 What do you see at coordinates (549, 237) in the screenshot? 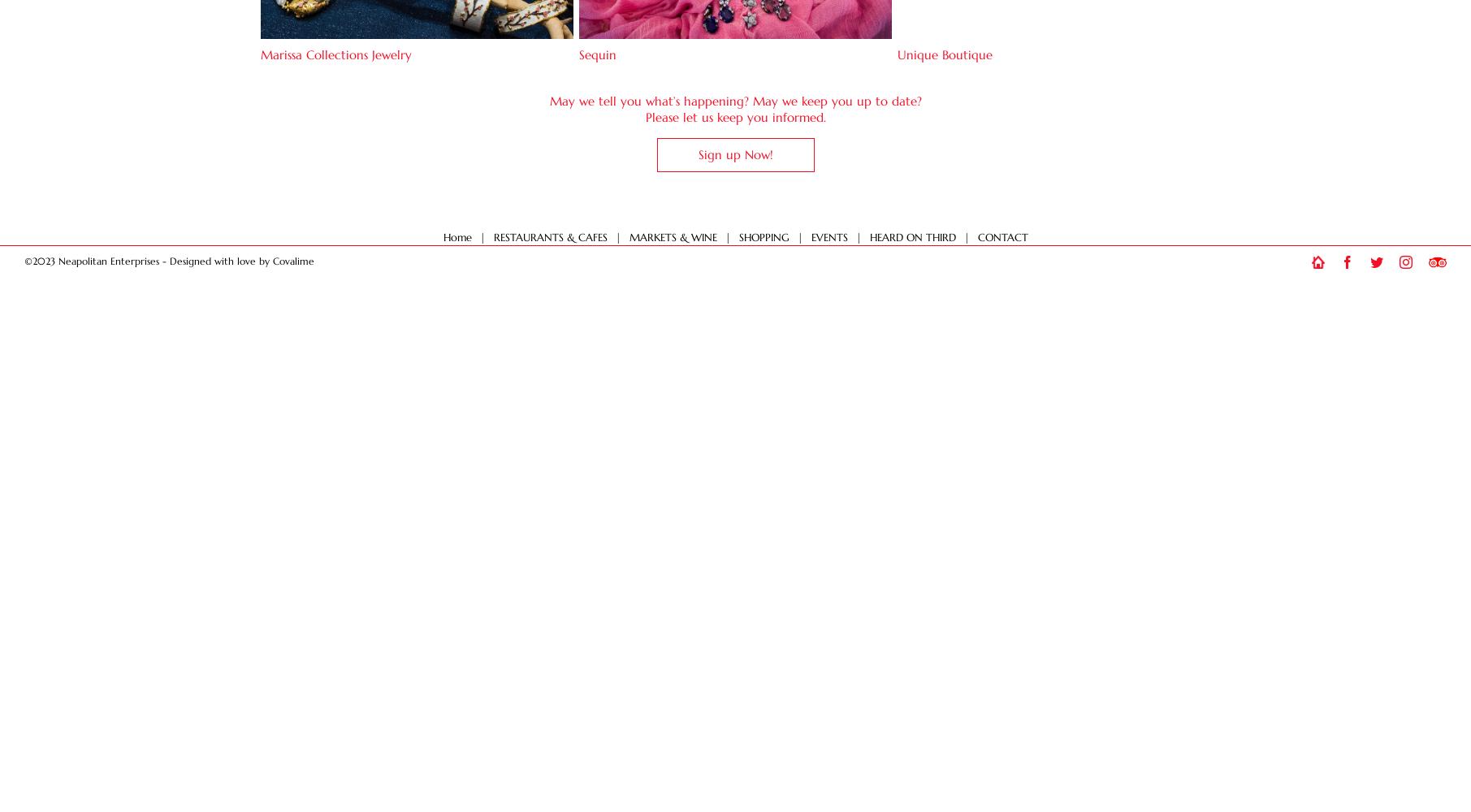
I see `'RESTAURANTS & CAFES'` at bounding box center [549, 237].